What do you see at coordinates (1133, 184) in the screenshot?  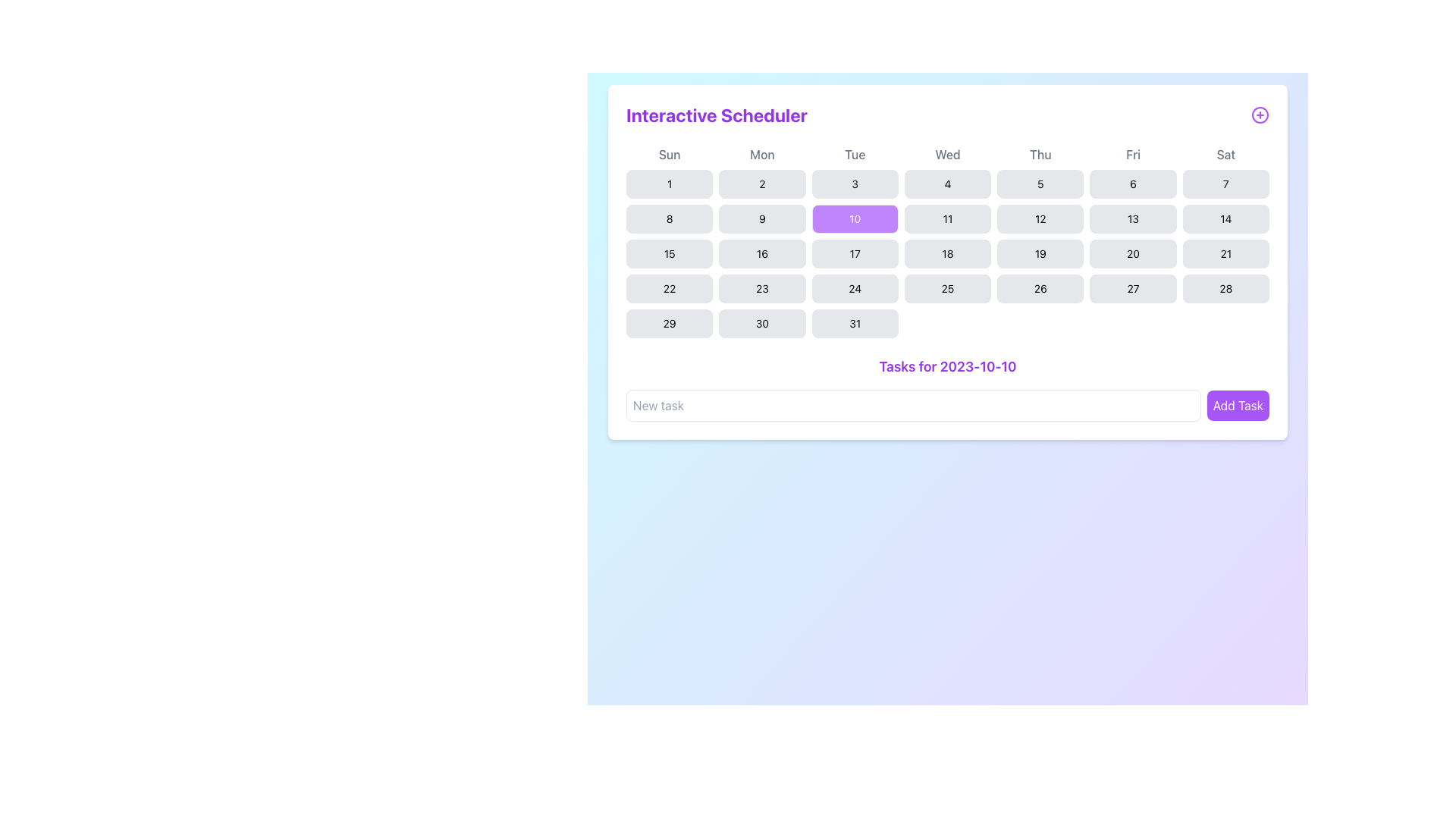 I see `the button representing the sixth day of the month in the calendar interface` at bounding box center [1133, 184].